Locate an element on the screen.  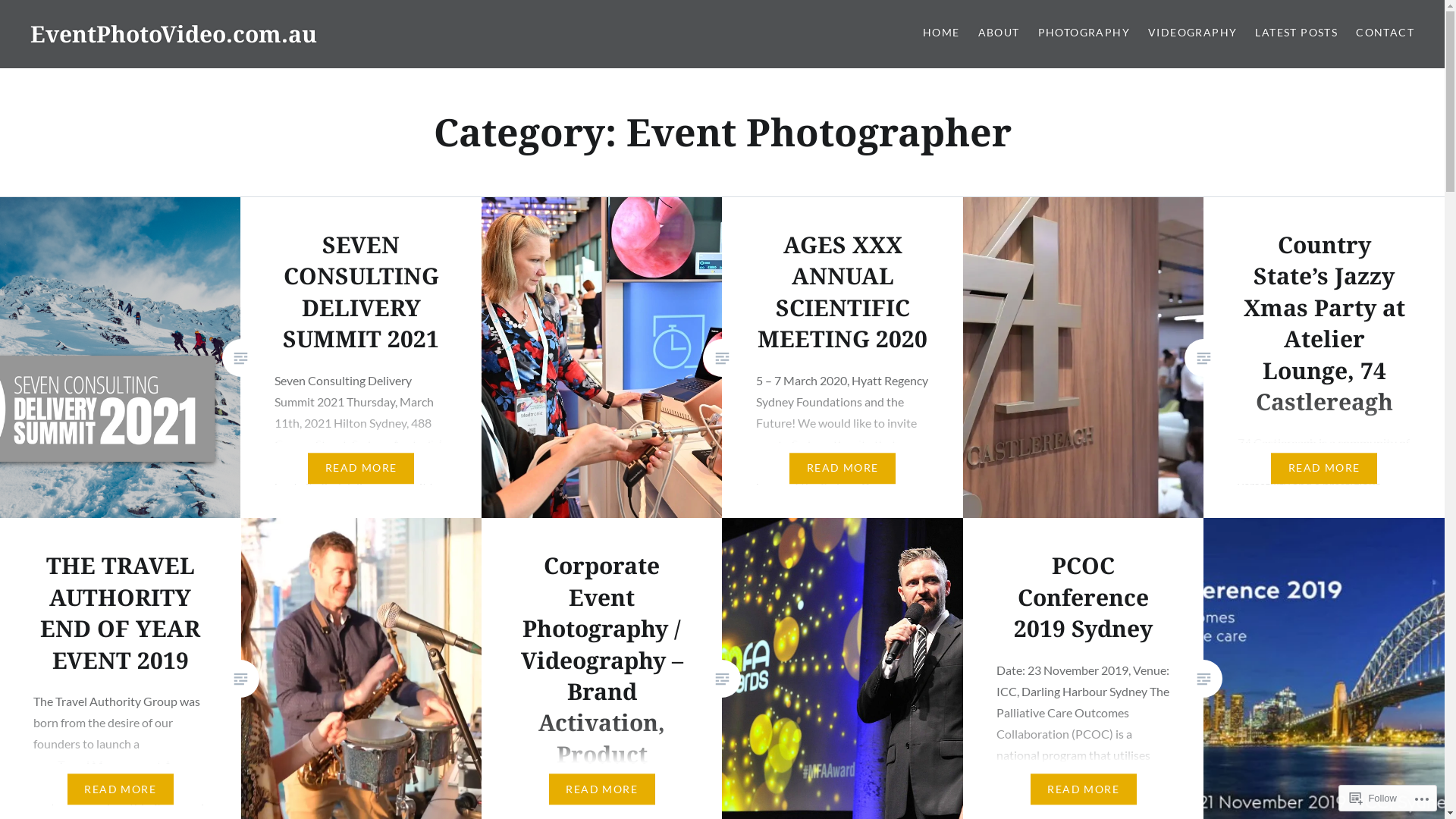
'READ MORE' is located at coordinates (359, 467).